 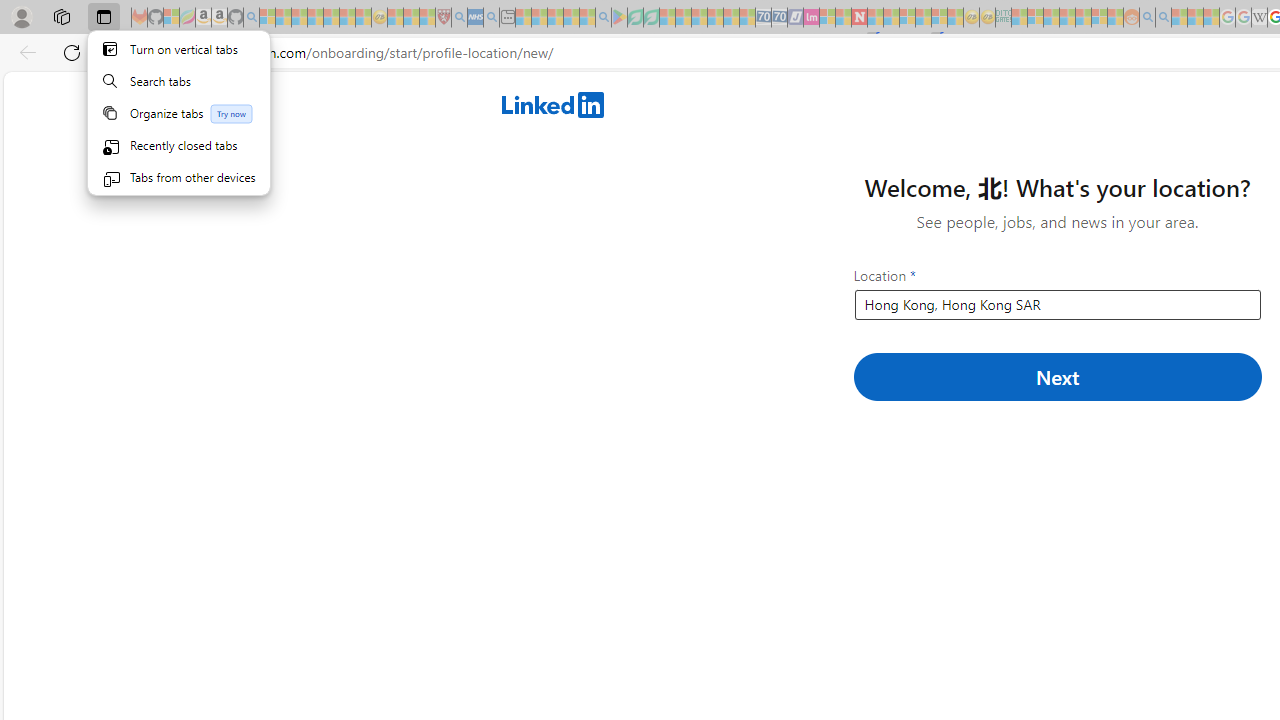 I want to click on 'Expert Portfolios - Sleeping', so click(x=1066, y=17).